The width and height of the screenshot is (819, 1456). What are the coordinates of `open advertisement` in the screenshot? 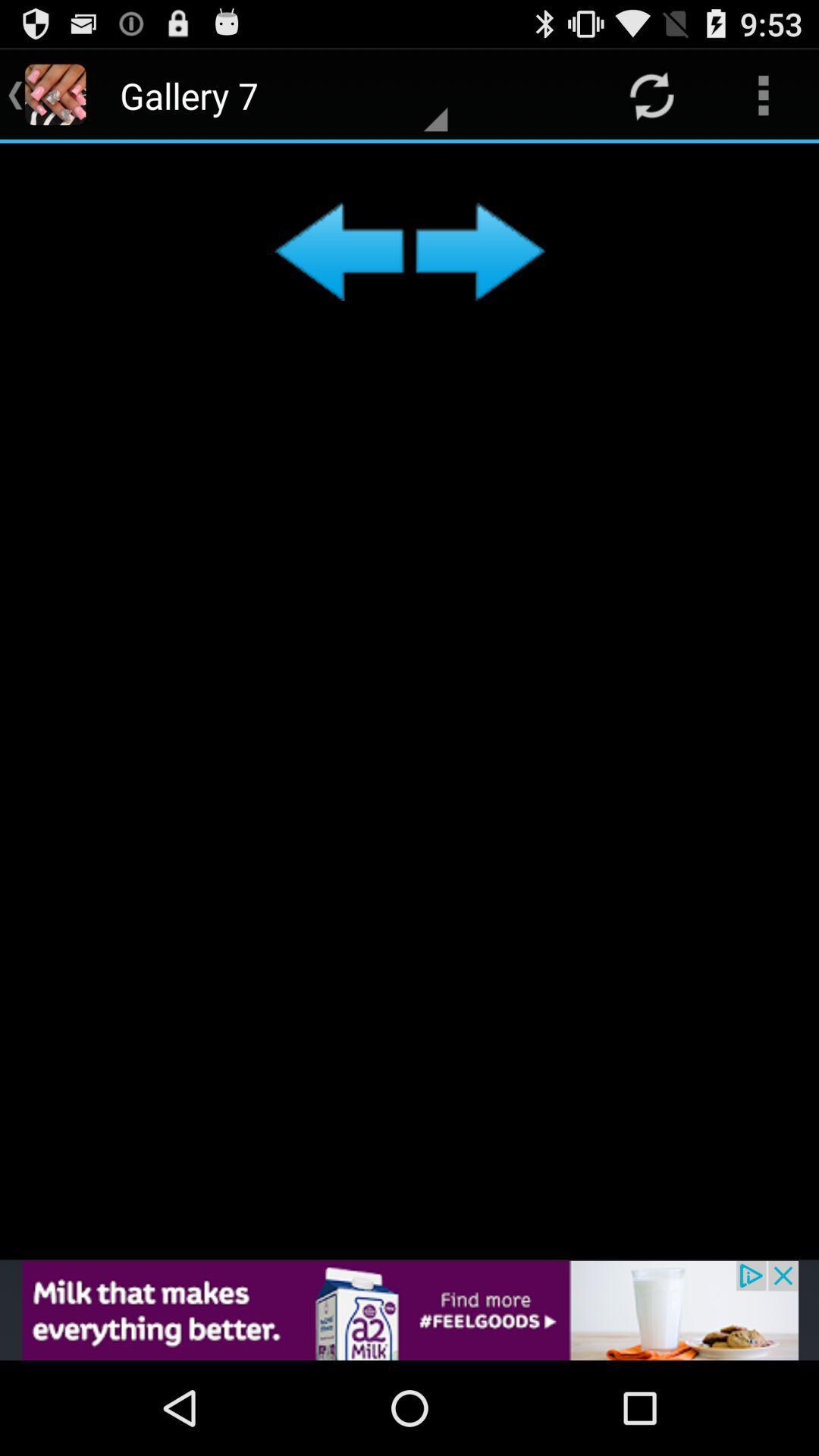 It's located at (409, 1310).